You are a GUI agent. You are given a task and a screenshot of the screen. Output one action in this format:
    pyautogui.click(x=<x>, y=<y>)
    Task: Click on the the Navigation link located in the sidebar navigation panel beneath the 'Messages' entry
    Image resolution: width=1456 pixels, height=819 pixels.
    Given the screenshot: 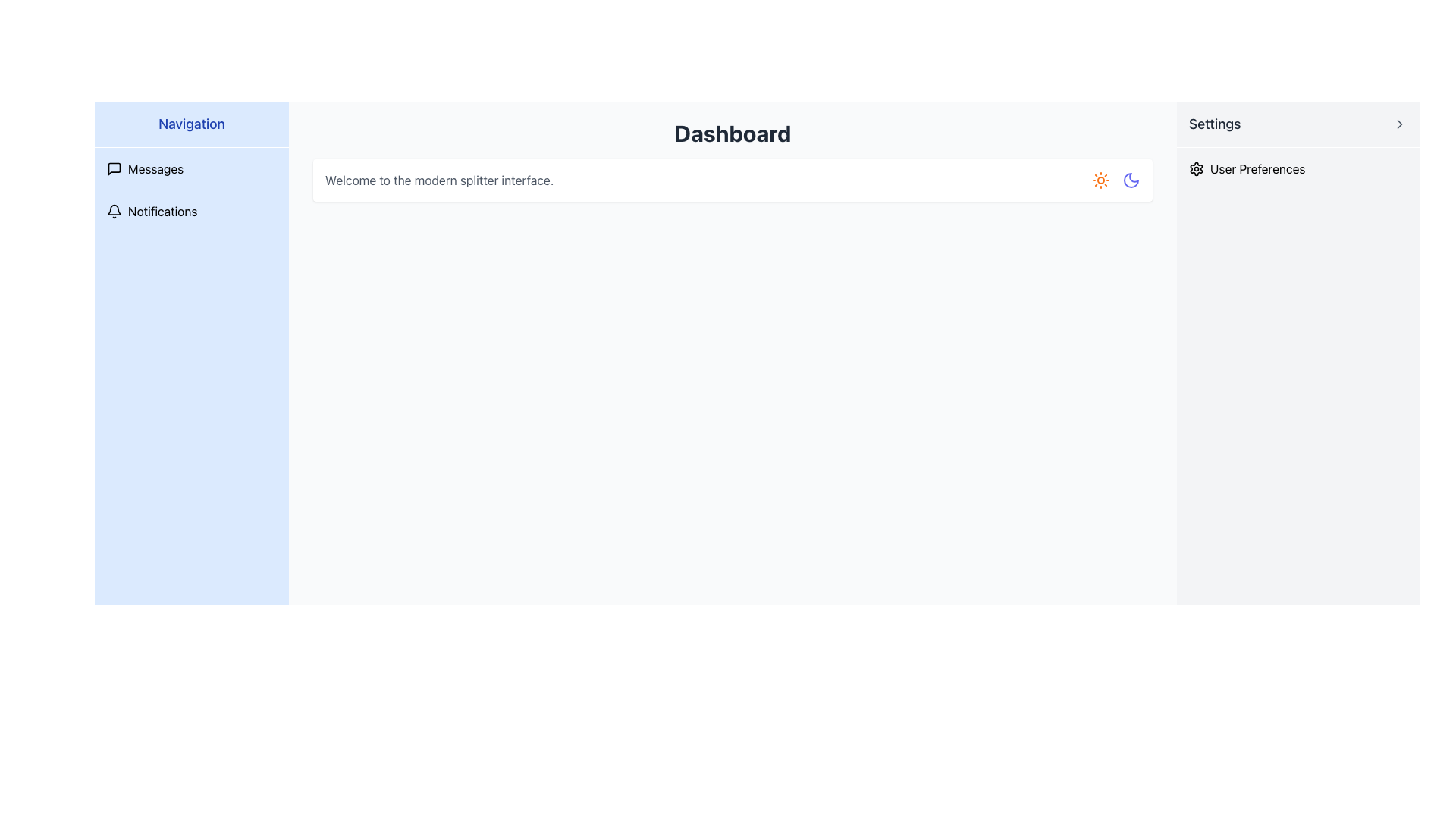 What is the action you would take?
    pyautogui.click(x=191, y=211)
    